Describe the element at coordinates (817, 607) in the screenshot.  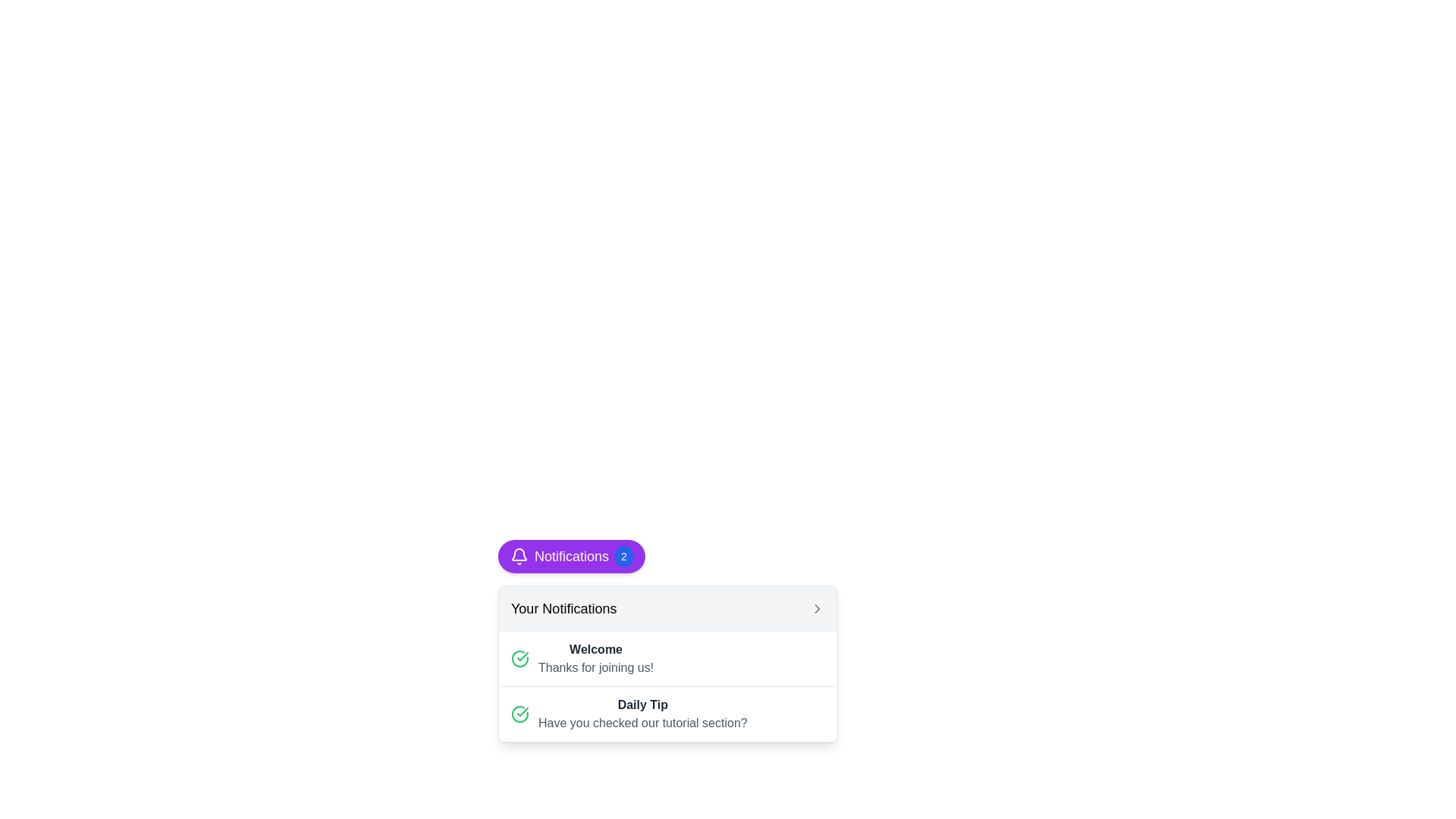
I see `the right-pointing arrow icon button located in the upper-right corner of the 'Your Notifications' panel` at that location.